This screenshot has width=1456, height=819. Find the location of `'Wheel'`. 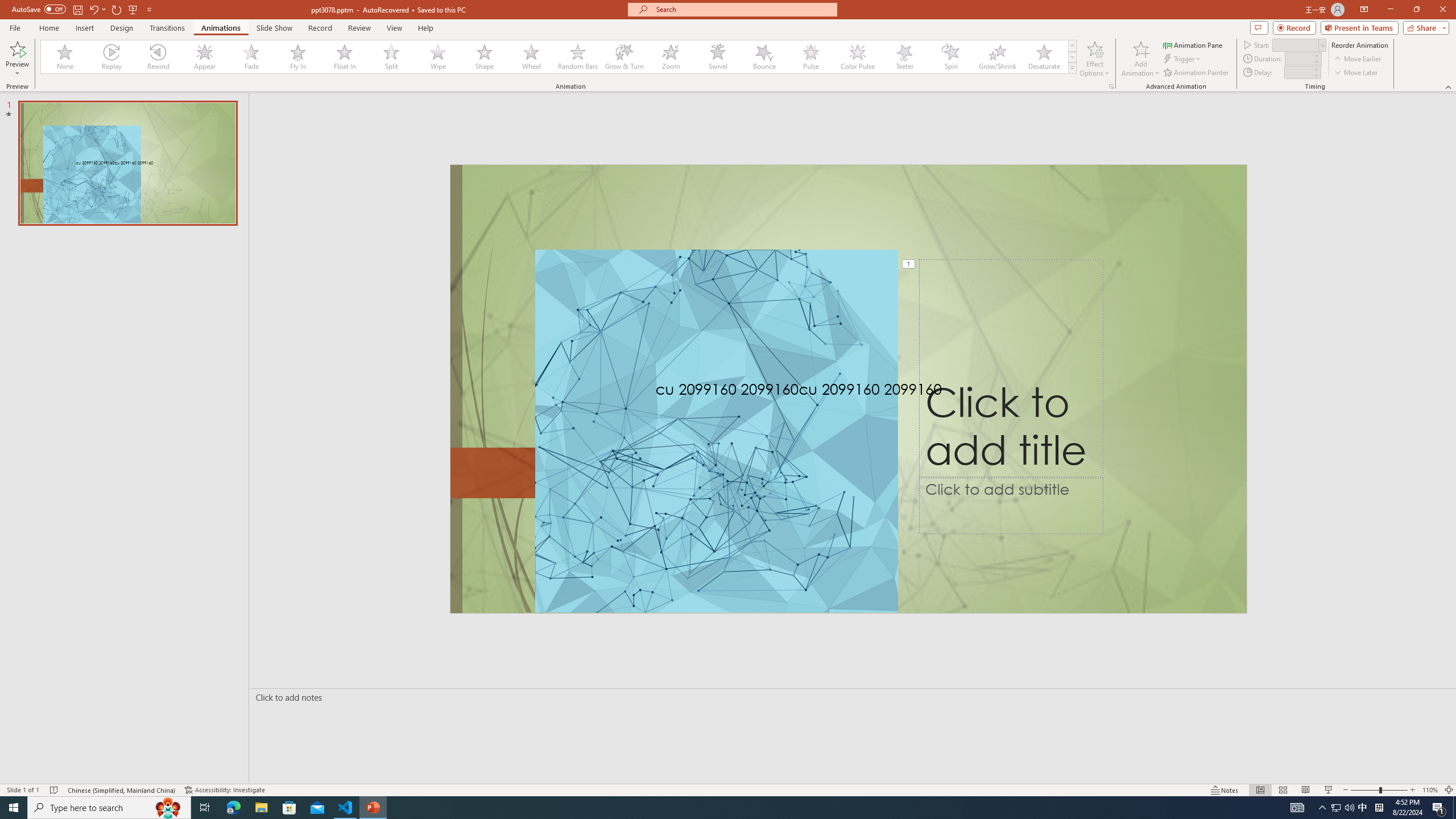

'Wheel' is located at coordinates (531, 56).